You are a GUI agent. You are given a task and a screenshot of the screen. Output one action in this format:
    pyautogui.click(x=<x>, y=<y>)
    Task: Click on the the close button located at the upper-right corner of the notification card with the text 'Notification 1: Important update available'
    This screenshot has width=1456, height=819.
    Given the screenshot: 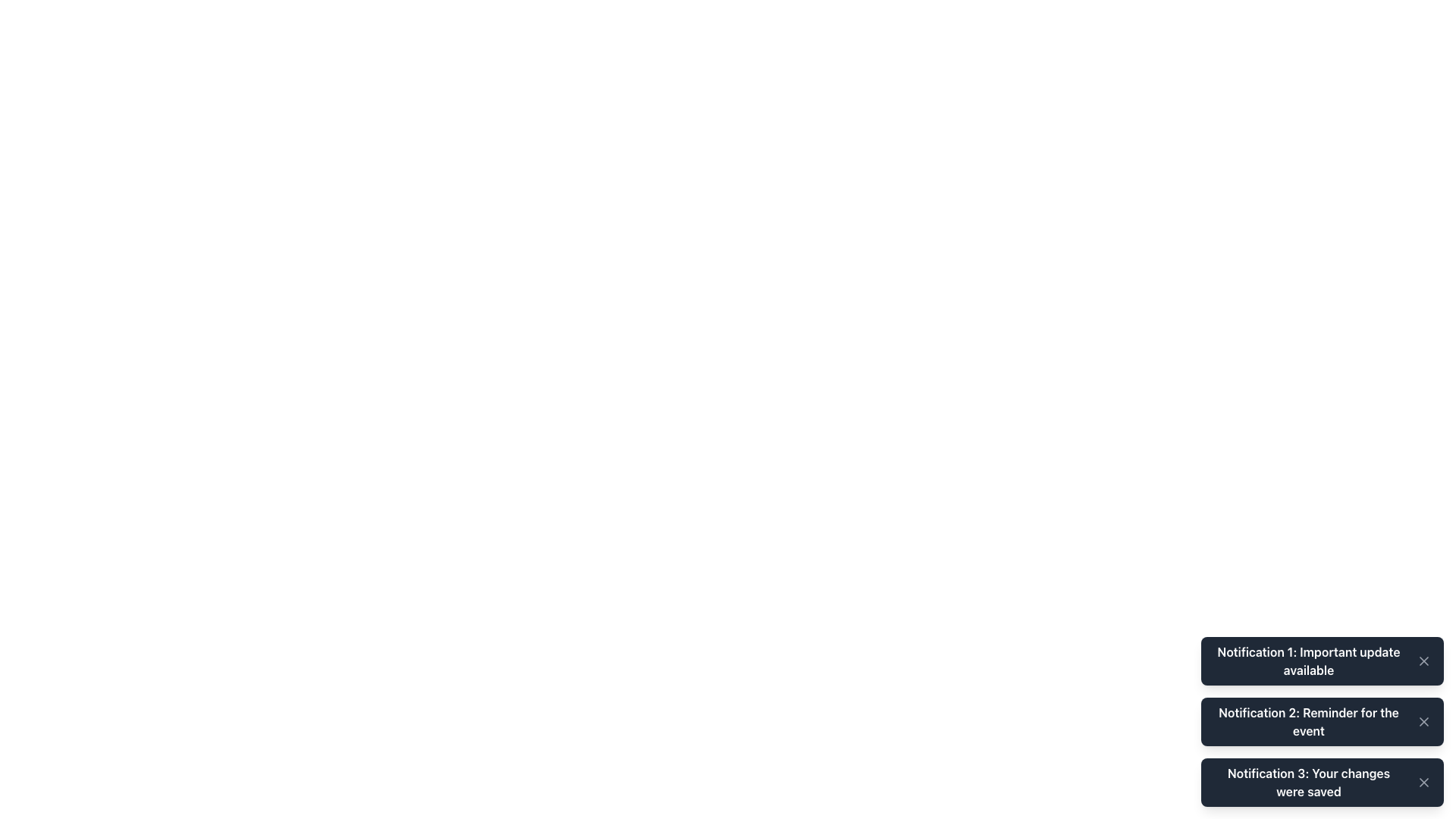 What is the action you would take?
    pyautogui.click(x=1423, y=660)
    